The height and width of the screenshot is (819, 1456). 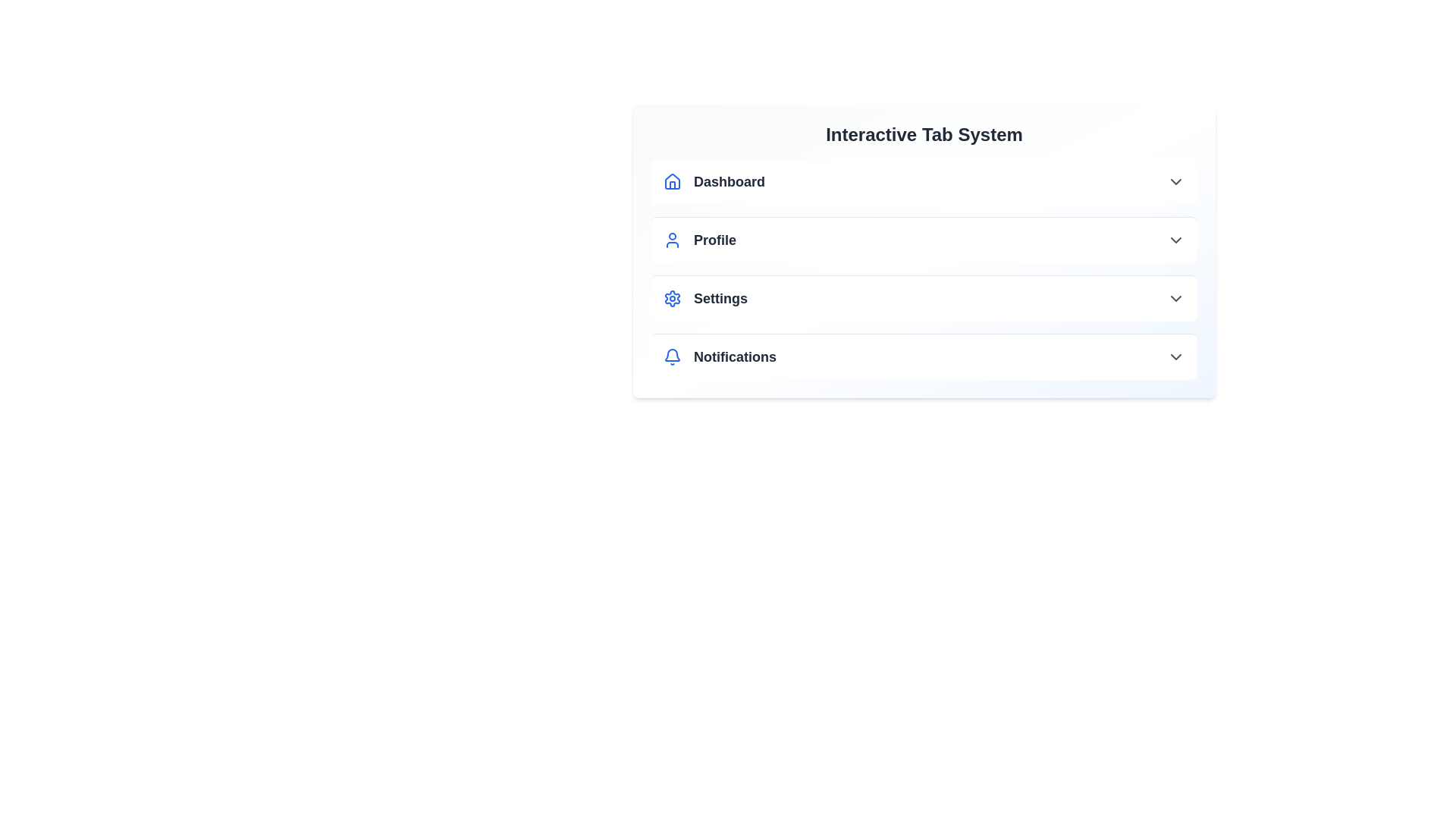 What do you see at coordinates (672, 355) in the screenshot?
I see `the notification icon located in the 'Notifications' section of the tab system` at bounding box center [672, 355].